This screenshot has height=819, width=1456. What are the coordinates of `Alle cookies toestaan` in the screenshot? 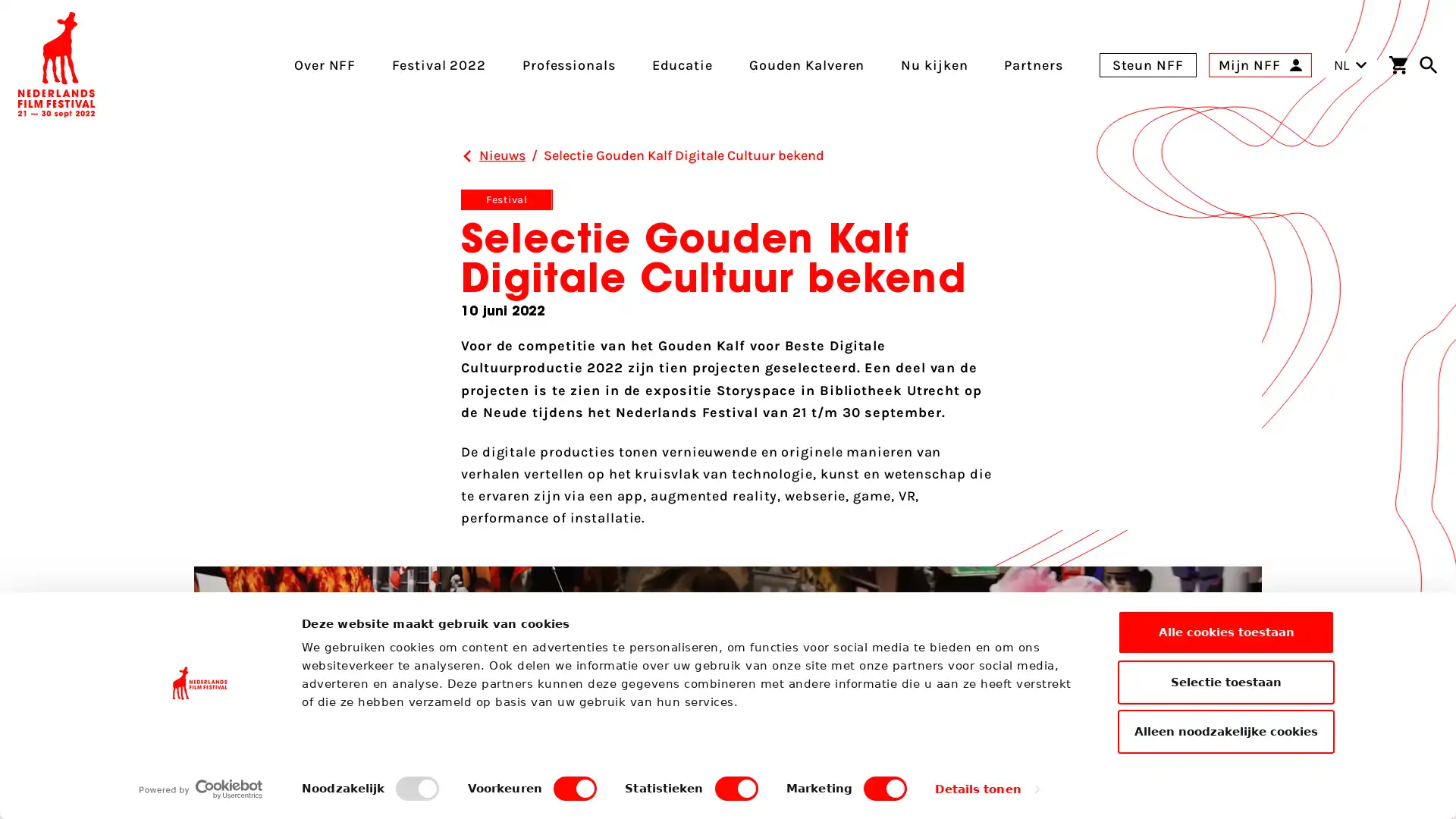 It's located at (1226, 632).